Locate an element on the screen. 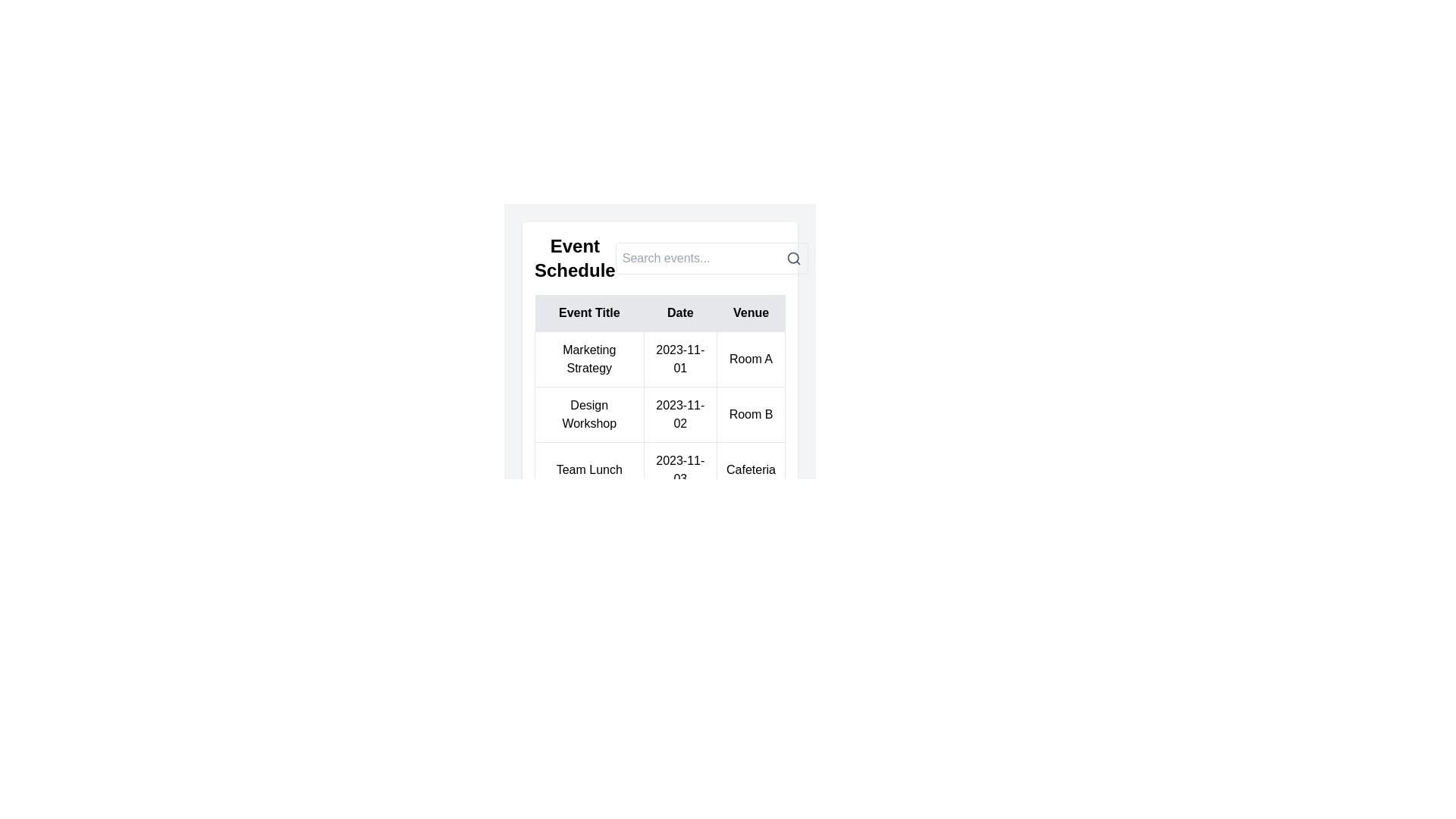 This screenshot has width=1456, height=819. the table cell in the second row and second column that displays the date for the 'Design Workshop' event, located within the 'Event Schedule' card is located at coordinates (660, 396).